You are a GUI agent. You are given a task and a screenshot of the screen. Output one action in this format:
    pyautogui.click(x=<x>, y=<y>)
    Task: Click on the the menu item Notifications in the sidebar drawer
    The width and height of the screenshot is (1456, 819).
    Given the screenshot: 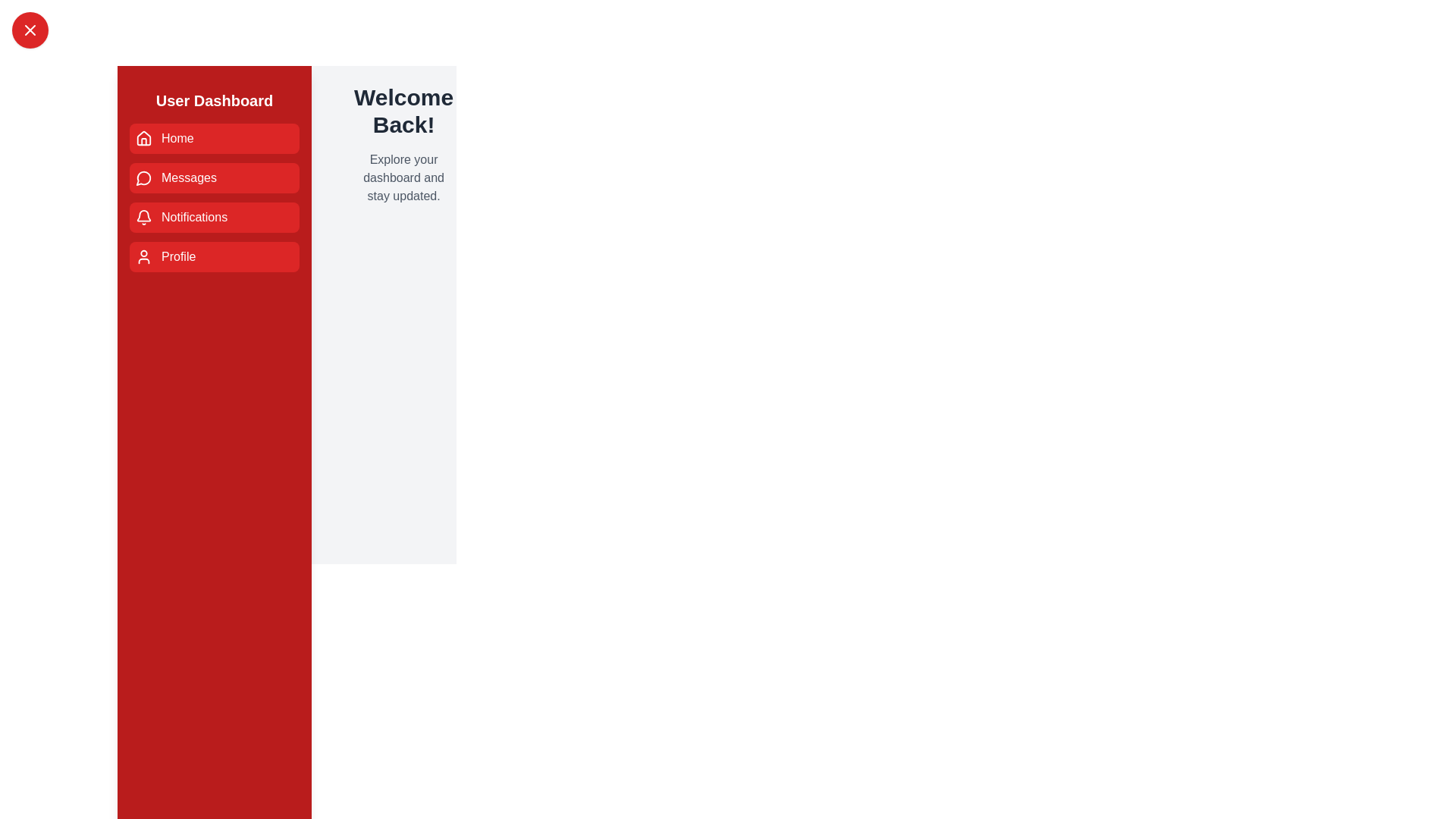 What is the action you would take?
    pyautogui.click(x=214, y=217)
    